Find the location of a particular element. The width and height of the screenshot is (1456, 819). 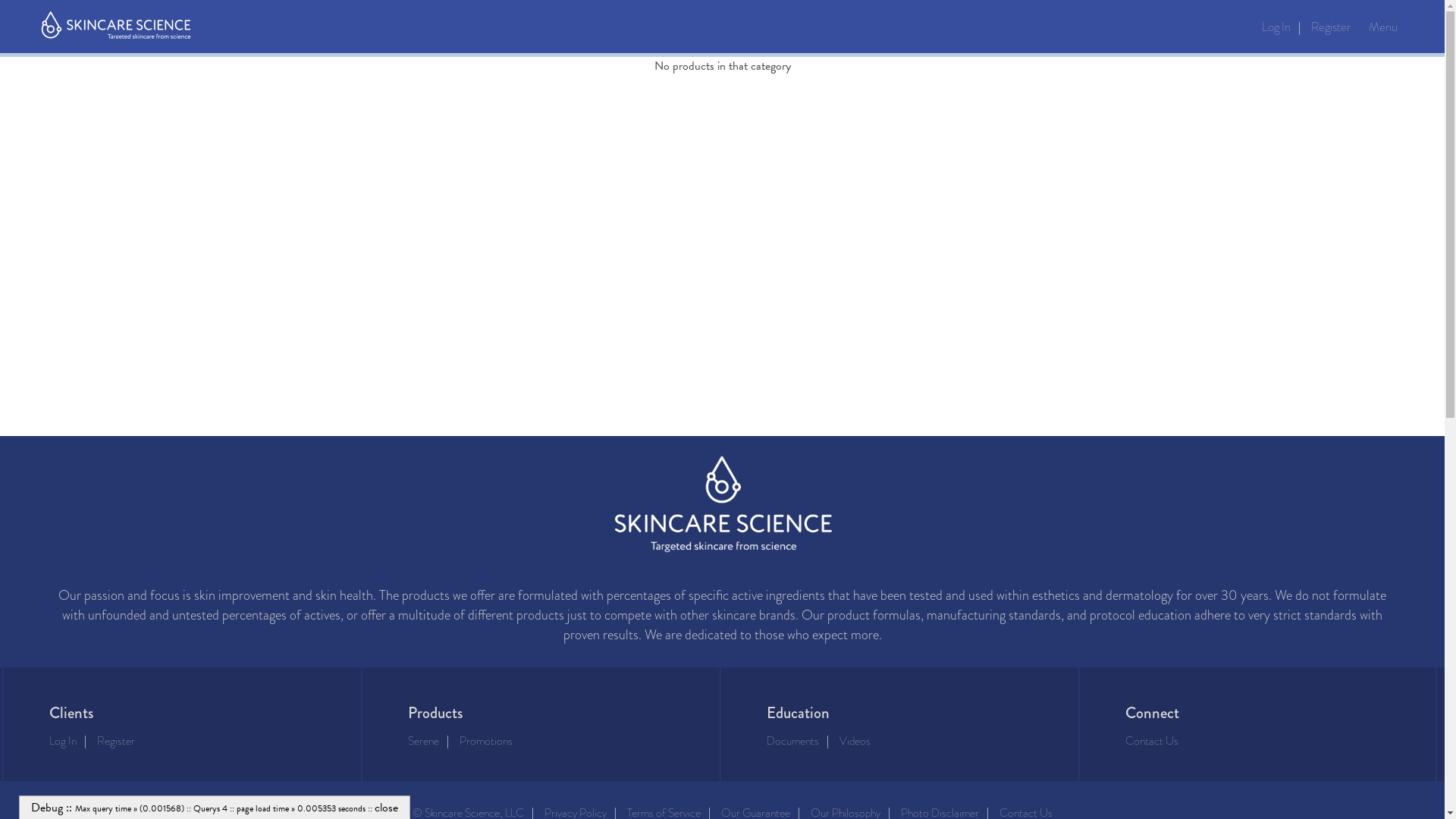

'Register' is located at coordinates (115, 739).